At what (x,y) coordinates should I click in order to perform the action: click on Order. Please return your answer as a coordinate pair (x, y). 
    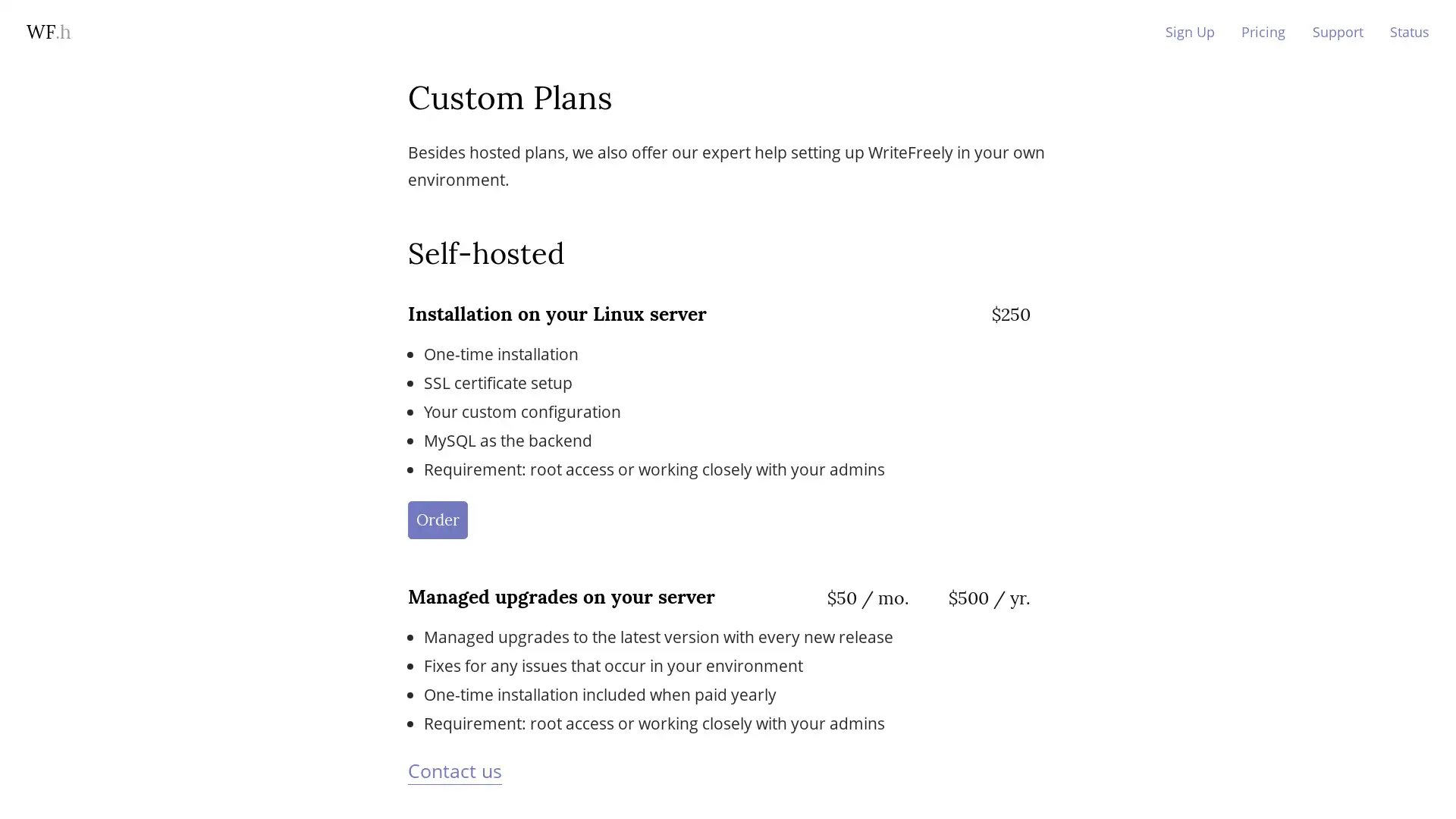
    Looking at the image, I should click on (437, 519).